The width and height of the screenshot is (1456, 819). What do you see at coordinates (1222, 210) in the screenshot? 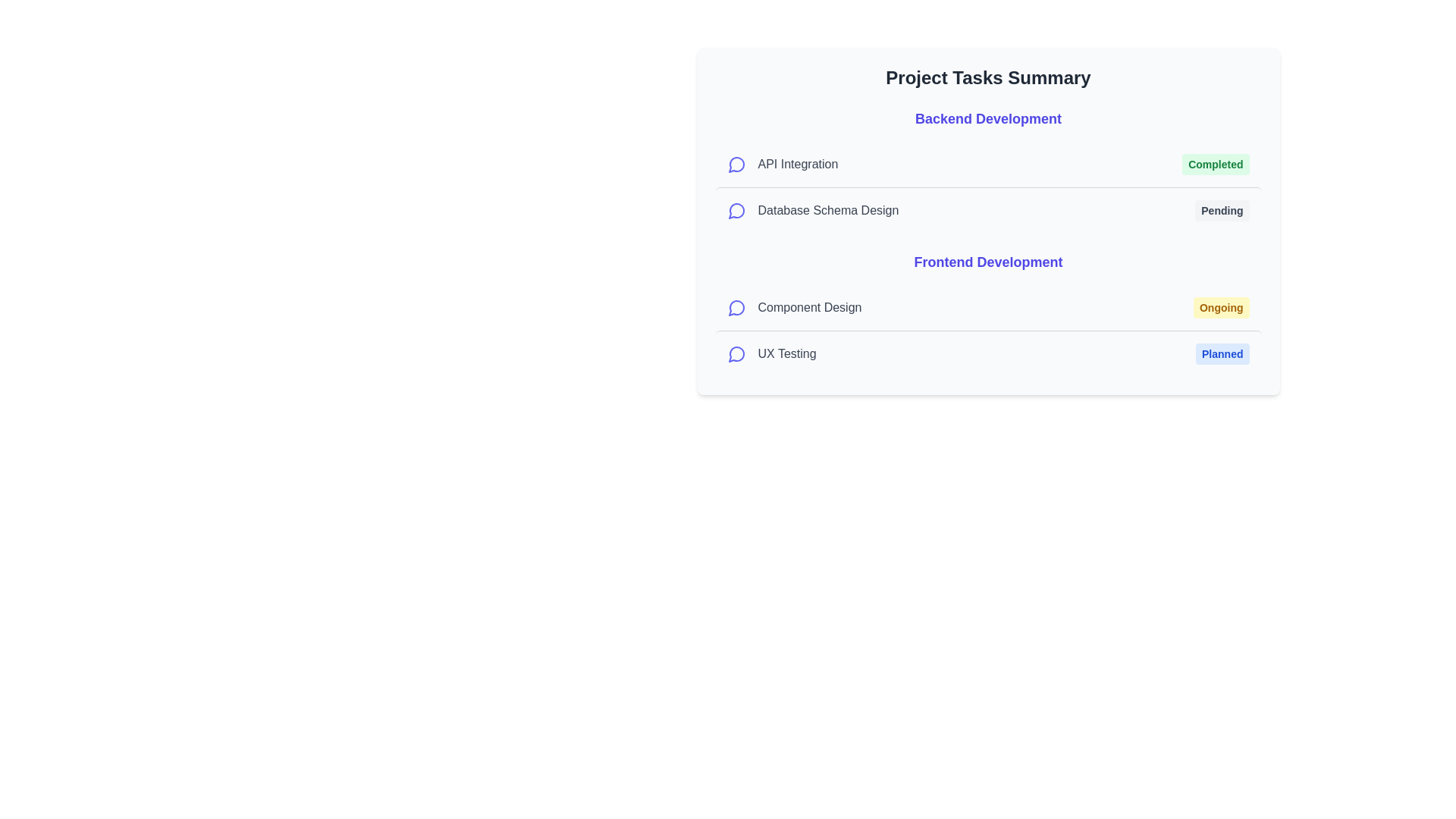
I see `the status indicator labeled 'Pending' within the list item for 'Database Schema Design'` at bounding box center [1222, 210].